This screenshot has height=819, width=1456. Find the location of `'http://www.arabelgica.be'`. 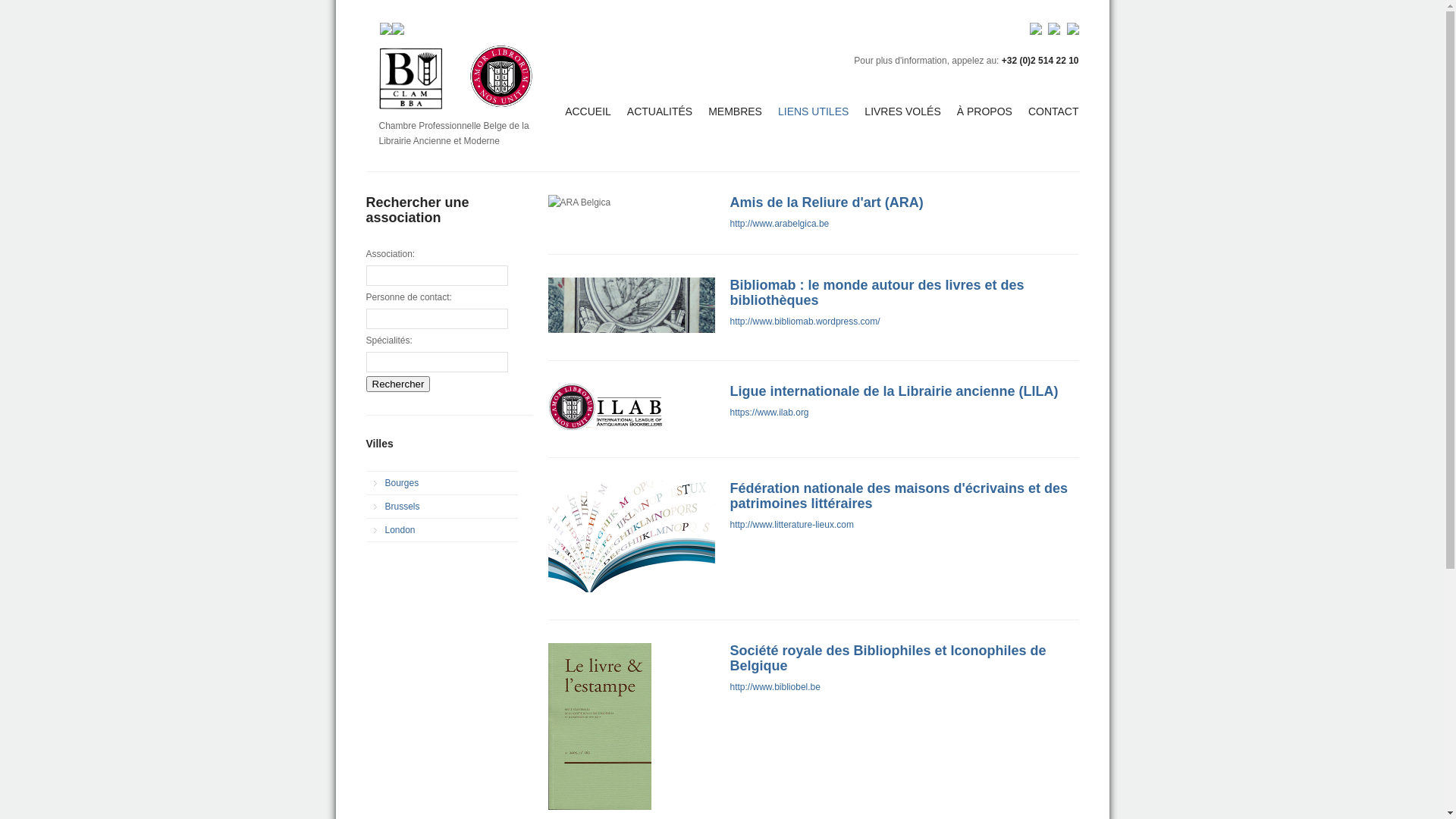

'http://www.arabelgica.be' is located at coordinates (729, 223).